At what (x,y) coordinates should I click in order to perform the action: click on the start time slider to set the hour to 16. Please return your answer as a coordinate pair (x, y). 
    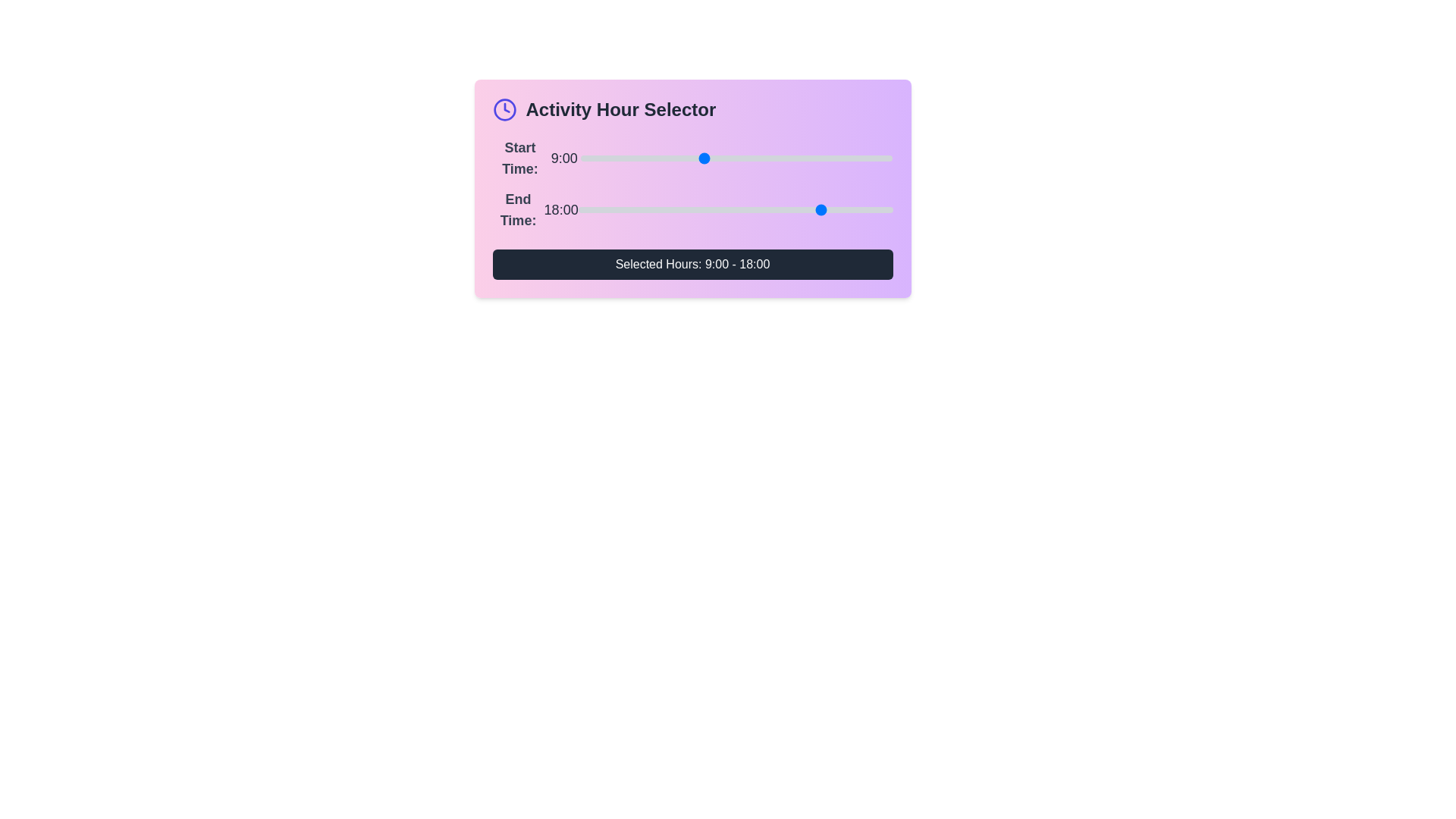
    Looking at the image, I should click on (797, 158).